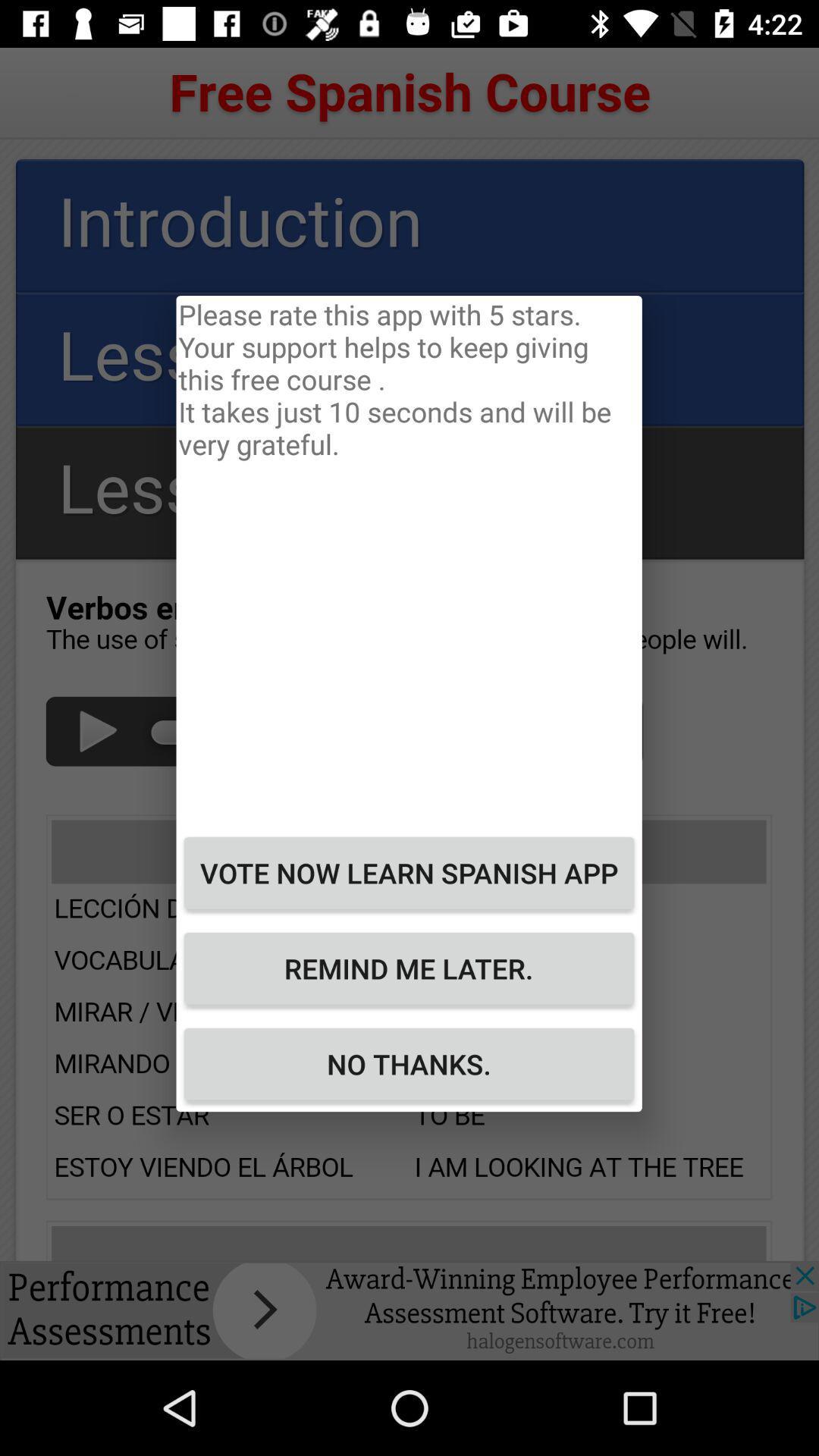 This screenshot has height=1456, width=819. I want to click on the icon below please rate this, so click(408, 873).